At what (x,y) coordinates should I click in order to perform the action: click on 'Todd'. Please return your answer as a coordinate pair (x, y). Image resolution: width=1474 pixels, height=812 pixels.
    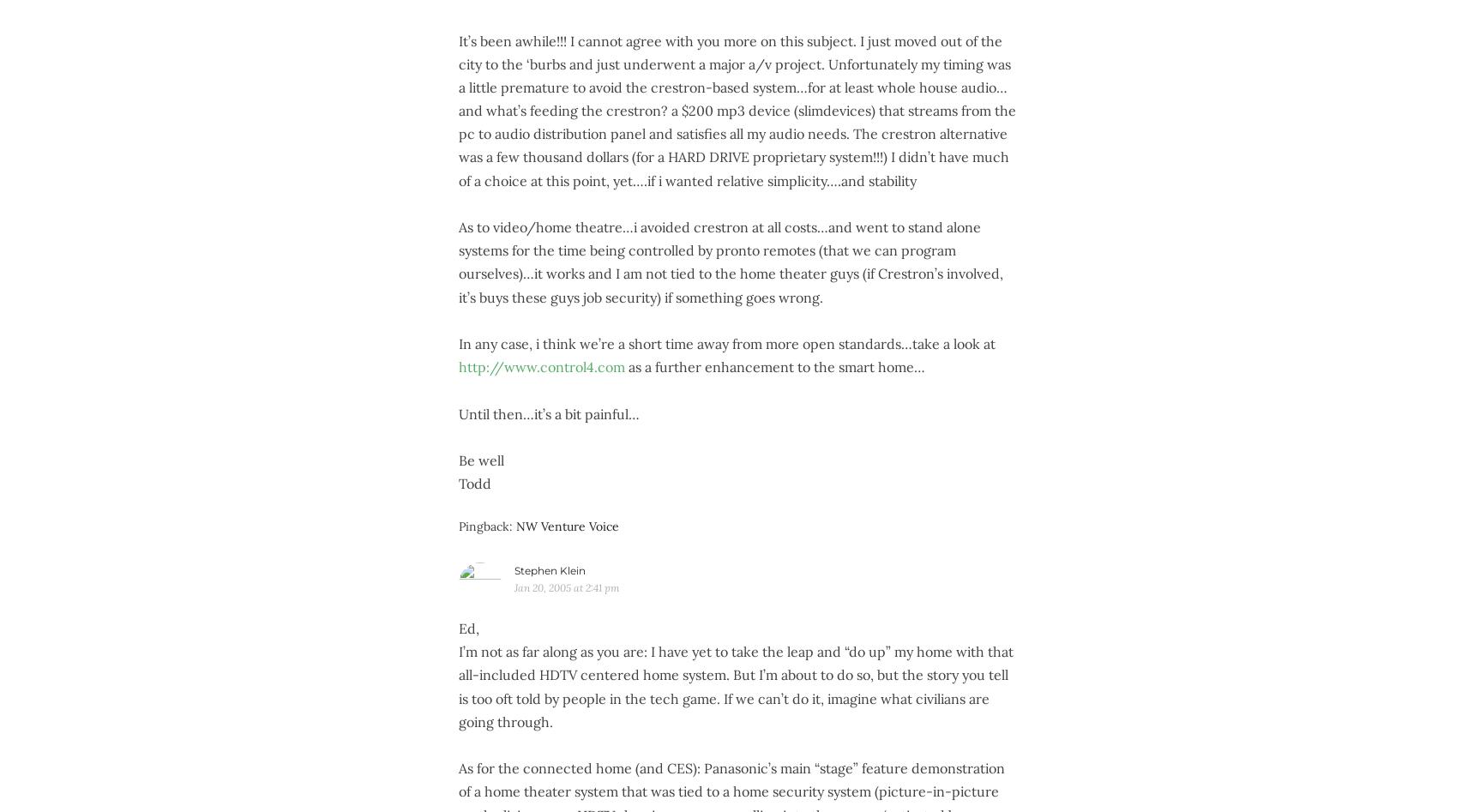
    Looking at the image, I should click on (474, 483).